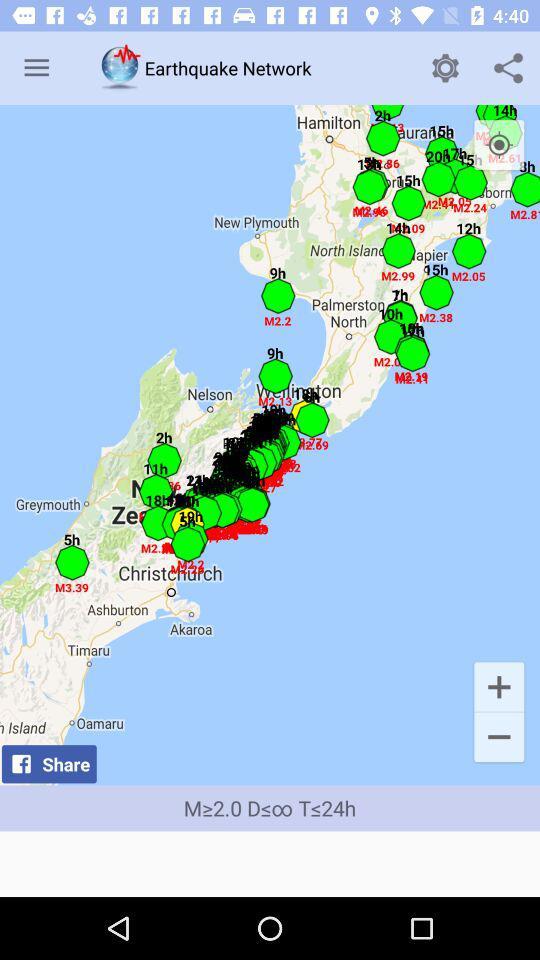  I want to click on the location_crosshair icon, so click(498, 144).